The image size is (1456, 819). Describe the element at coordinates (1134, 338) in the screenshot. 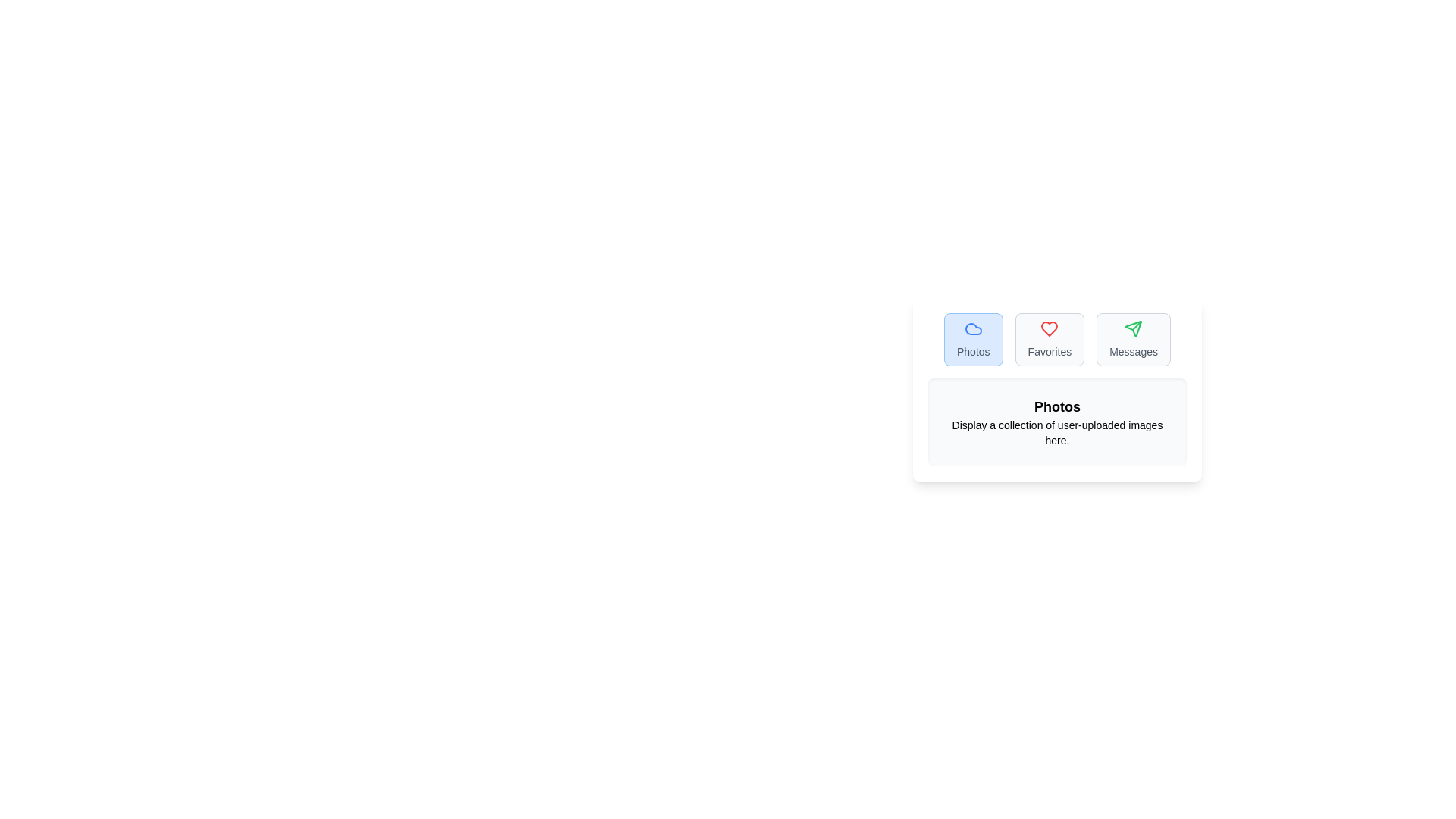

I see `the 'Messages' button, which is styled with a gray background and has a green send icon above the label 'Messages'` at that location.